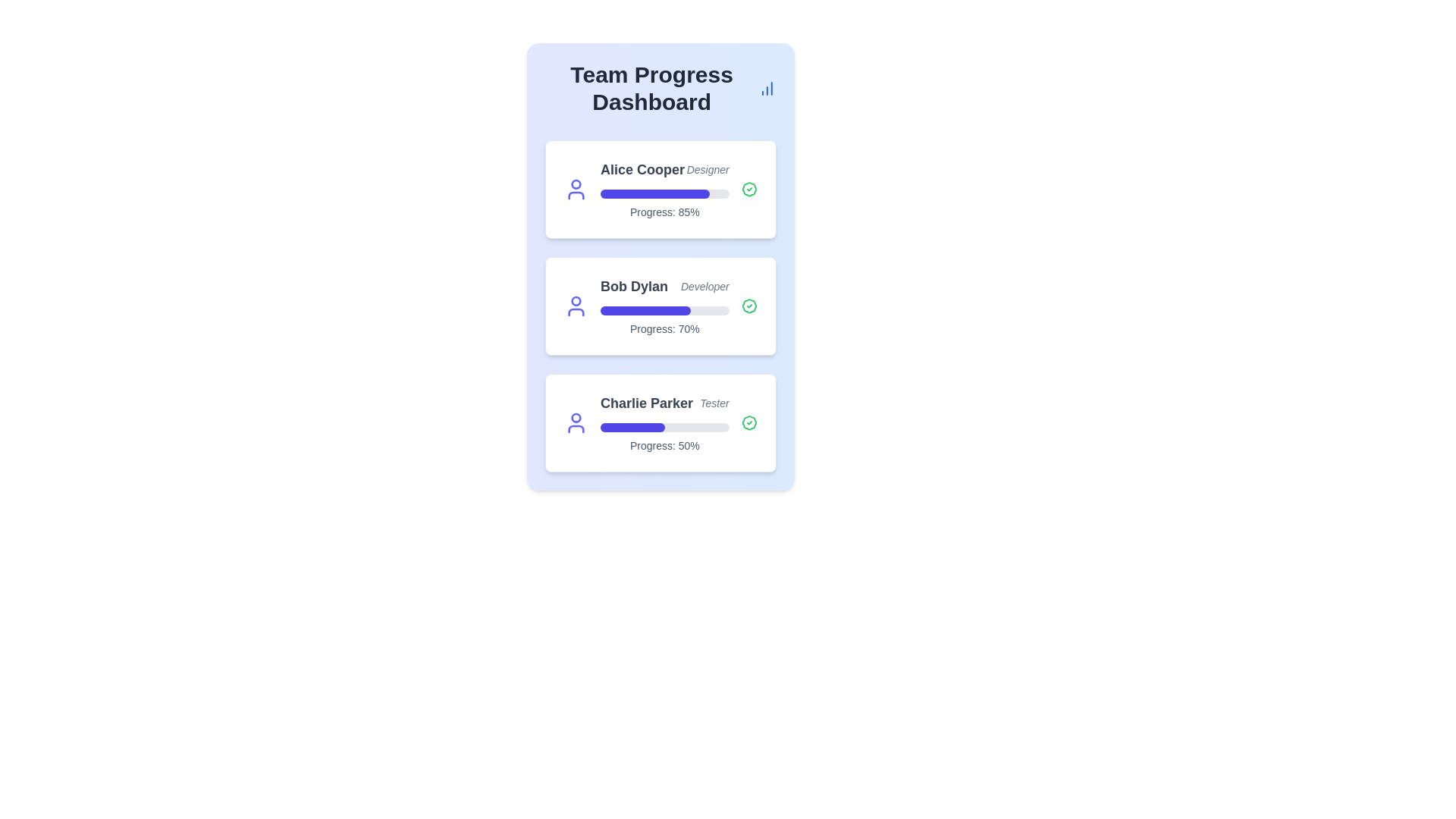 The image size is (1456, 819). I want to click on the silhouette icon of a person, which is indigo colored and located above the progress bar in the 'Bob Dylan' card, so click(575, 306).